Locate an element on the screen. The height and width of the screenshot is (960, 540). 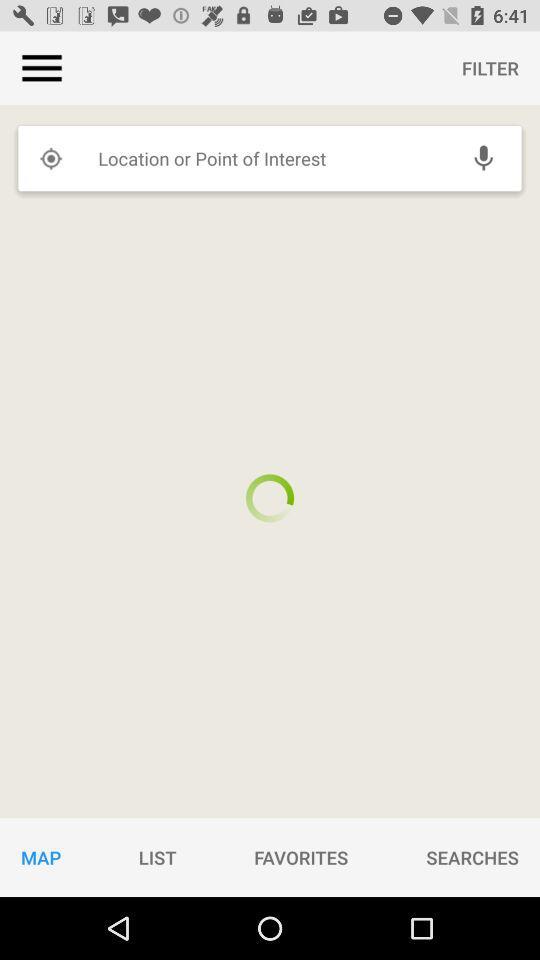
the microphone icon is located at coordinates (482, 157).